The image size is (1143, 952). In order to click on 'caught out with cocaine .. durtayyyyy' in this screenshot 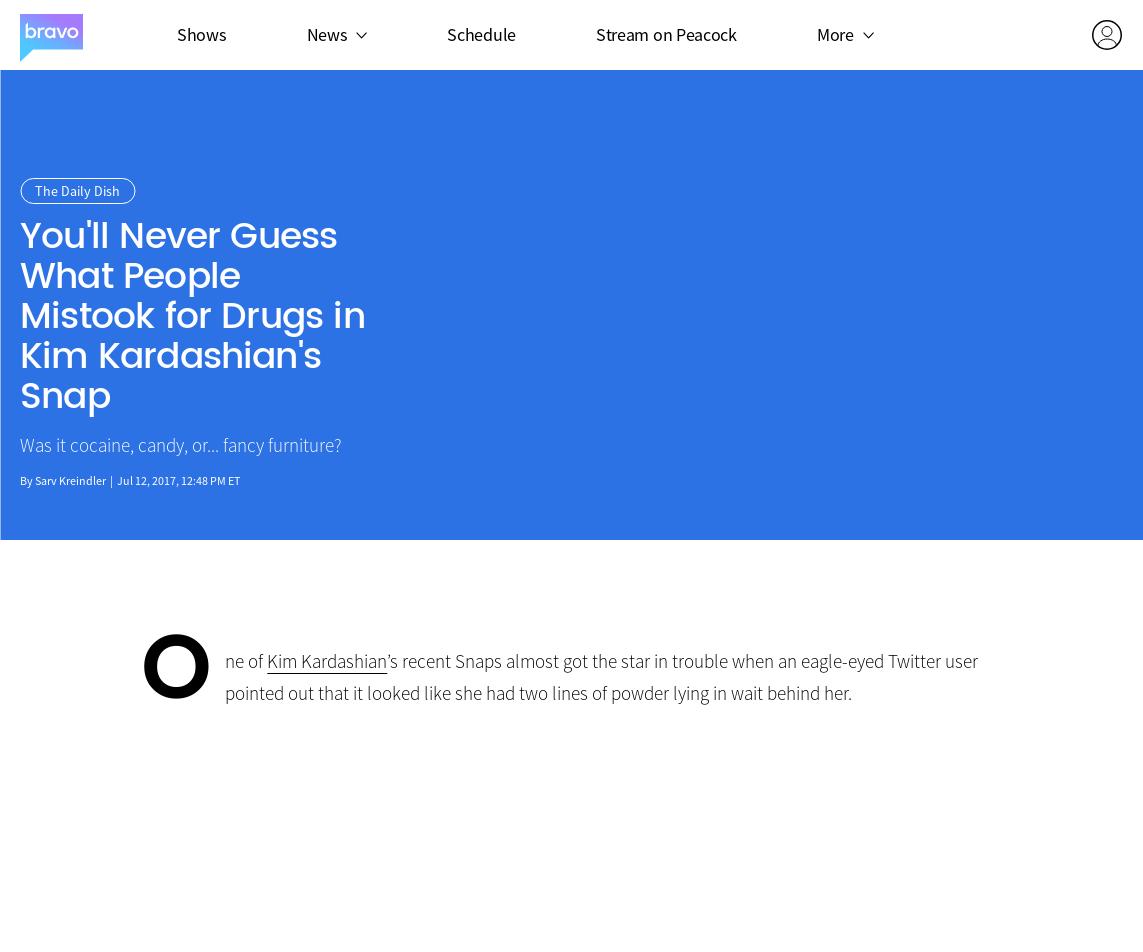, I will do `click(568, 863)`.